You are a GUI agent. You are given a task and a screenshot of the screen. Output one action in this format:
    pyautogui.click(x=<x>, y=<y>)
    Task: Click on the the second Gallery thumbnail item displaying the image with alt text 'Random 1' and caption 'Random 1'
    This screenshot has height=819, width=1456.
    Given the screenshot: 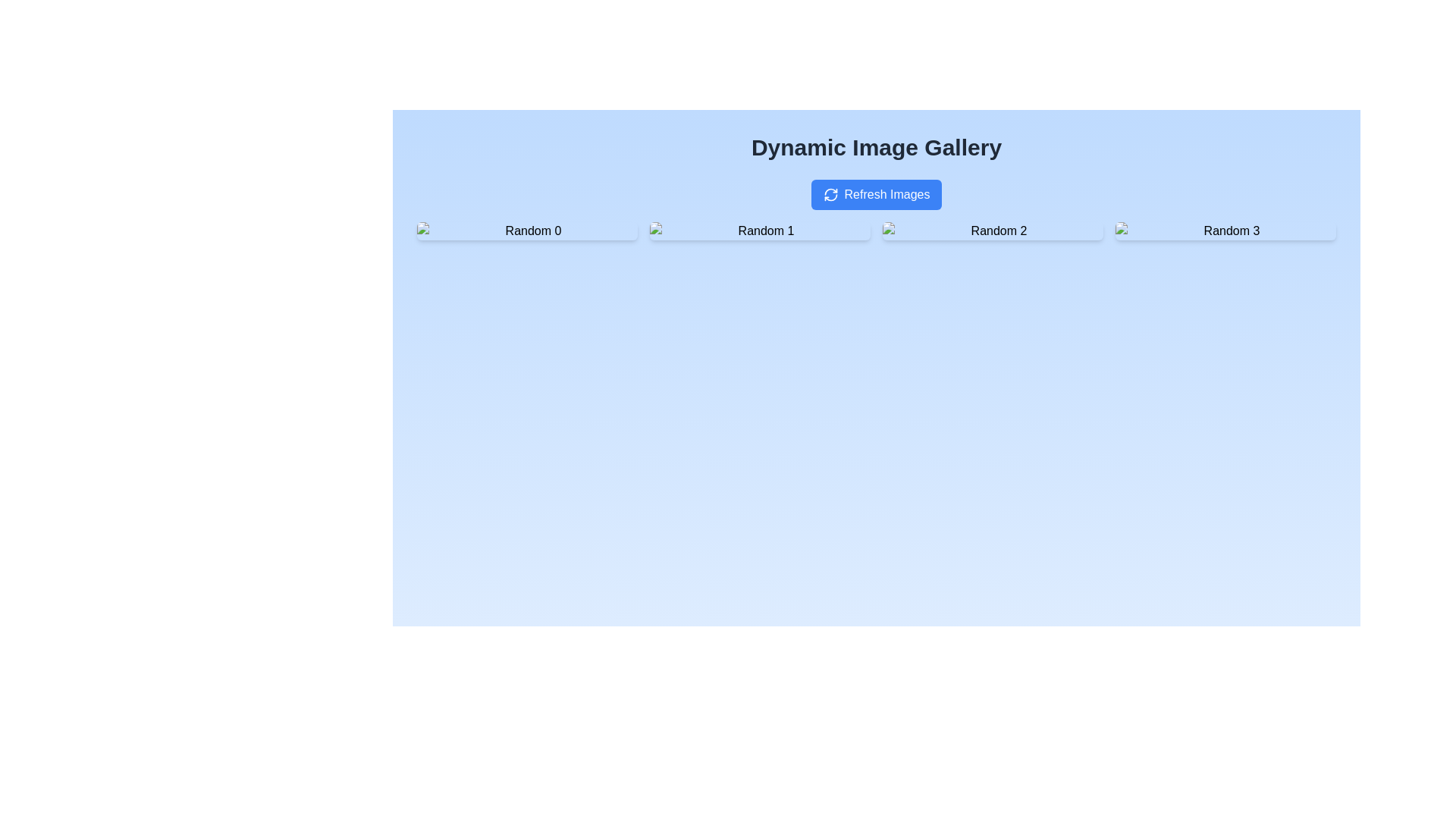 What is the action you would take?
    pyautogui.click(x=760, y=231)
    